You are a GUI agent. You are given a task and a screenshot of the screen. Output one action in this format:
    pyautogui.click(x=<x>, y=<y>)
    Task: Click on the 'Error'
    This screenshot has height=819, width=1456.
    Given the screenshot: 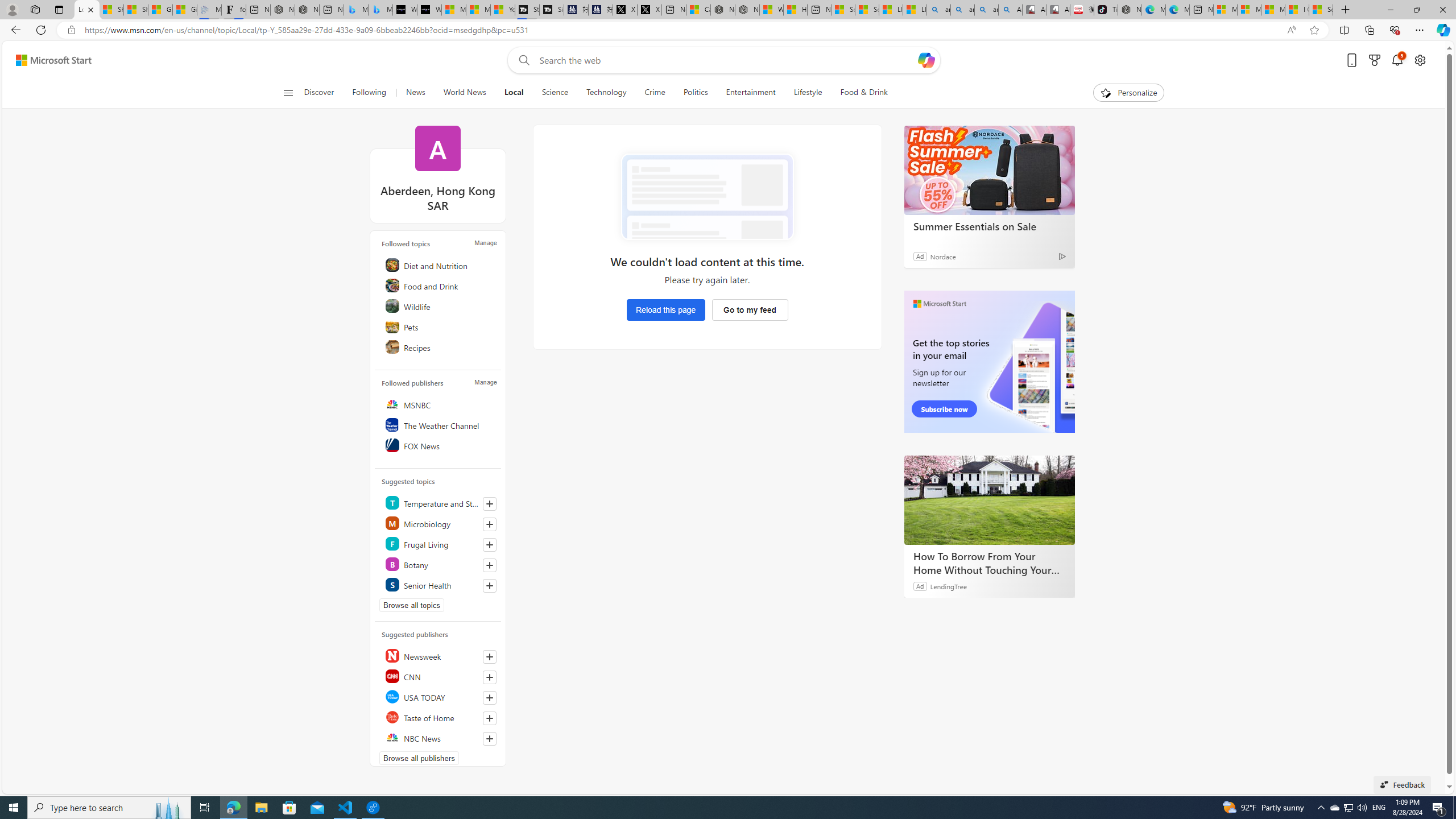 What is the action you would take?
    pyautogui.click(x=706, y=196)
    